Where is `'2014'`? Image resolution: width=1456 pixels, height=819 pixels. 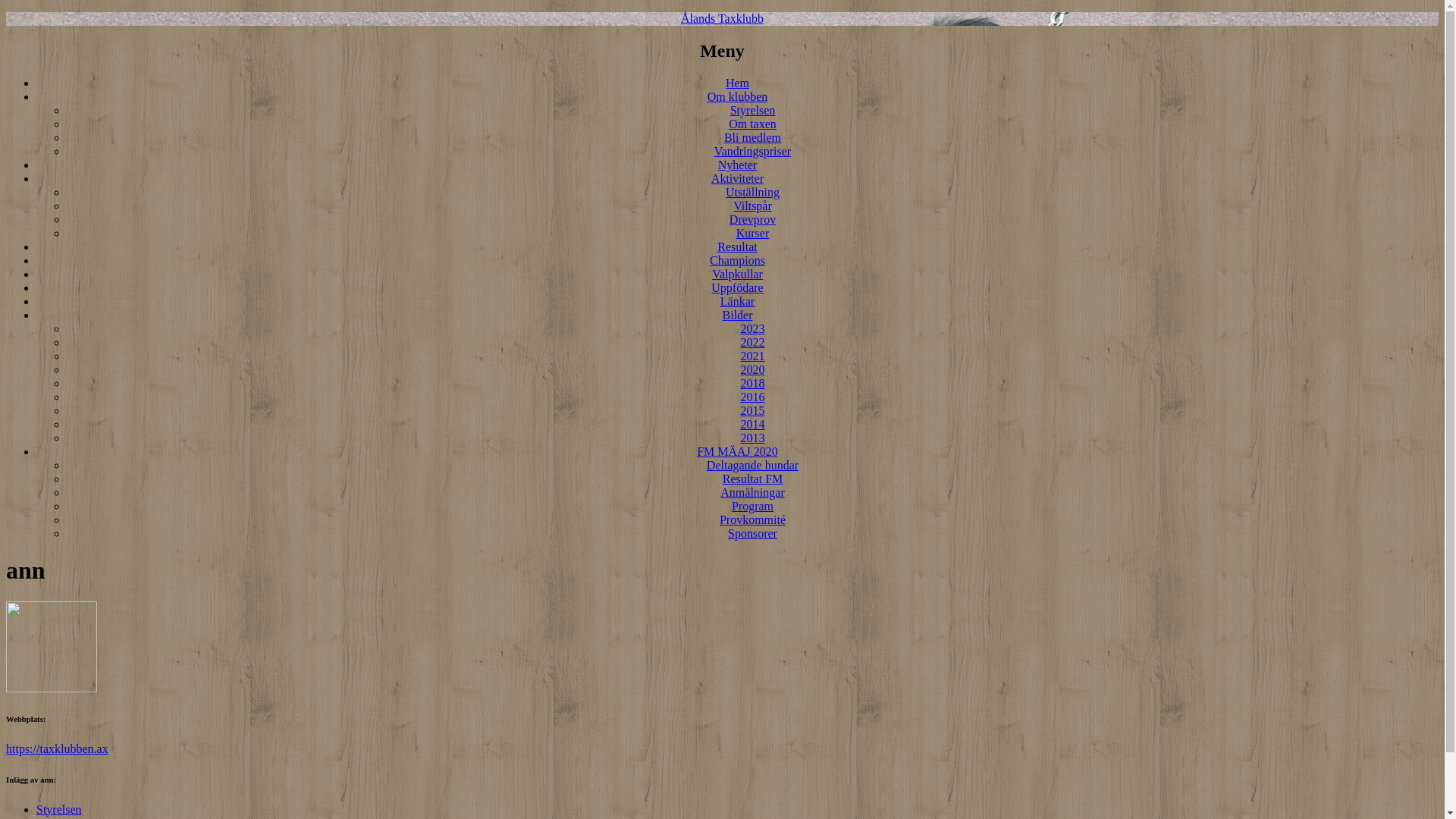 '2014' is located at coordinates (752, 424).